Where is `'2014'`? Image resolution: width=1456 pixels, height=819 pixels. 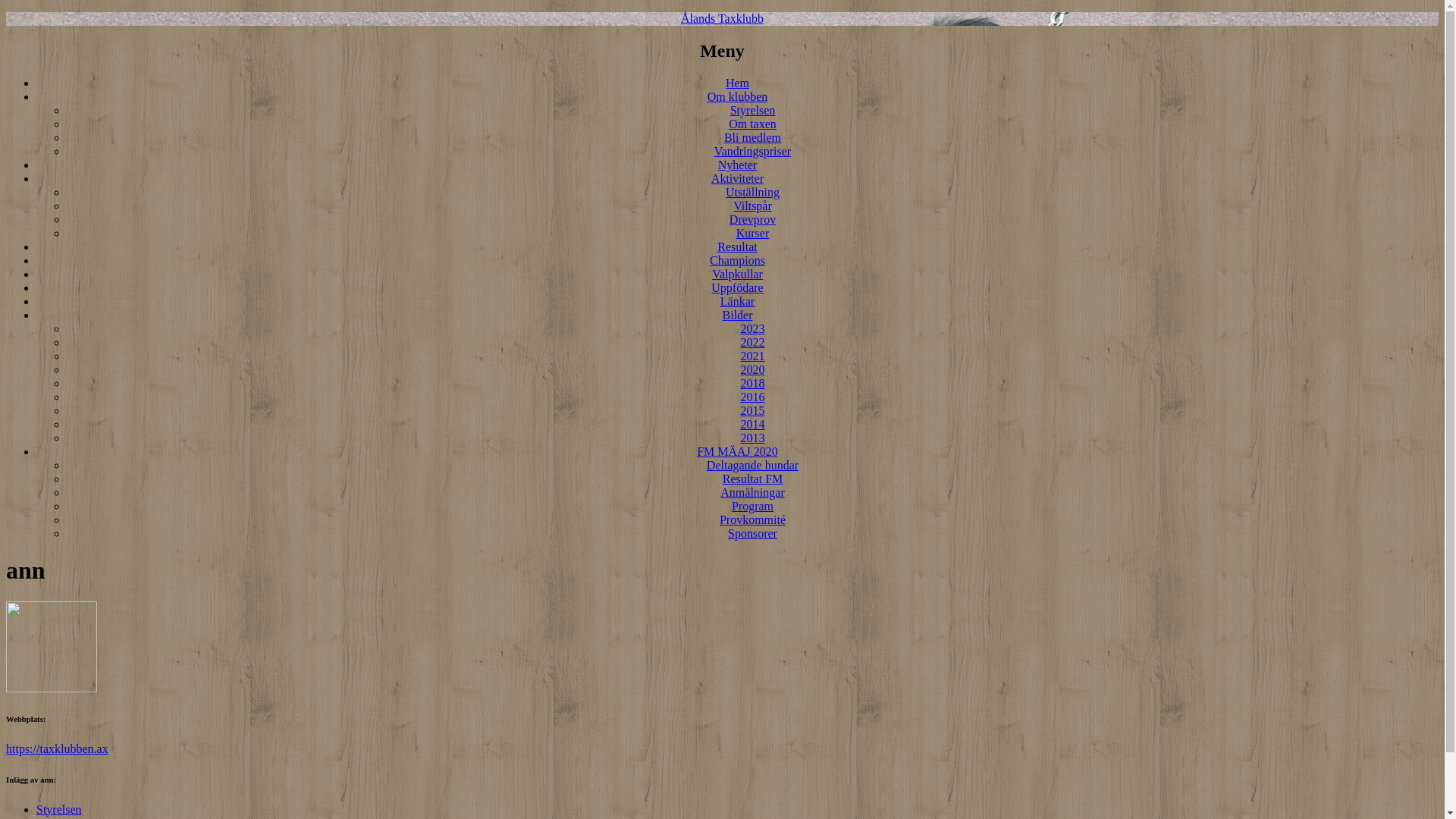 '2014' is located at coordinates (752, 424).